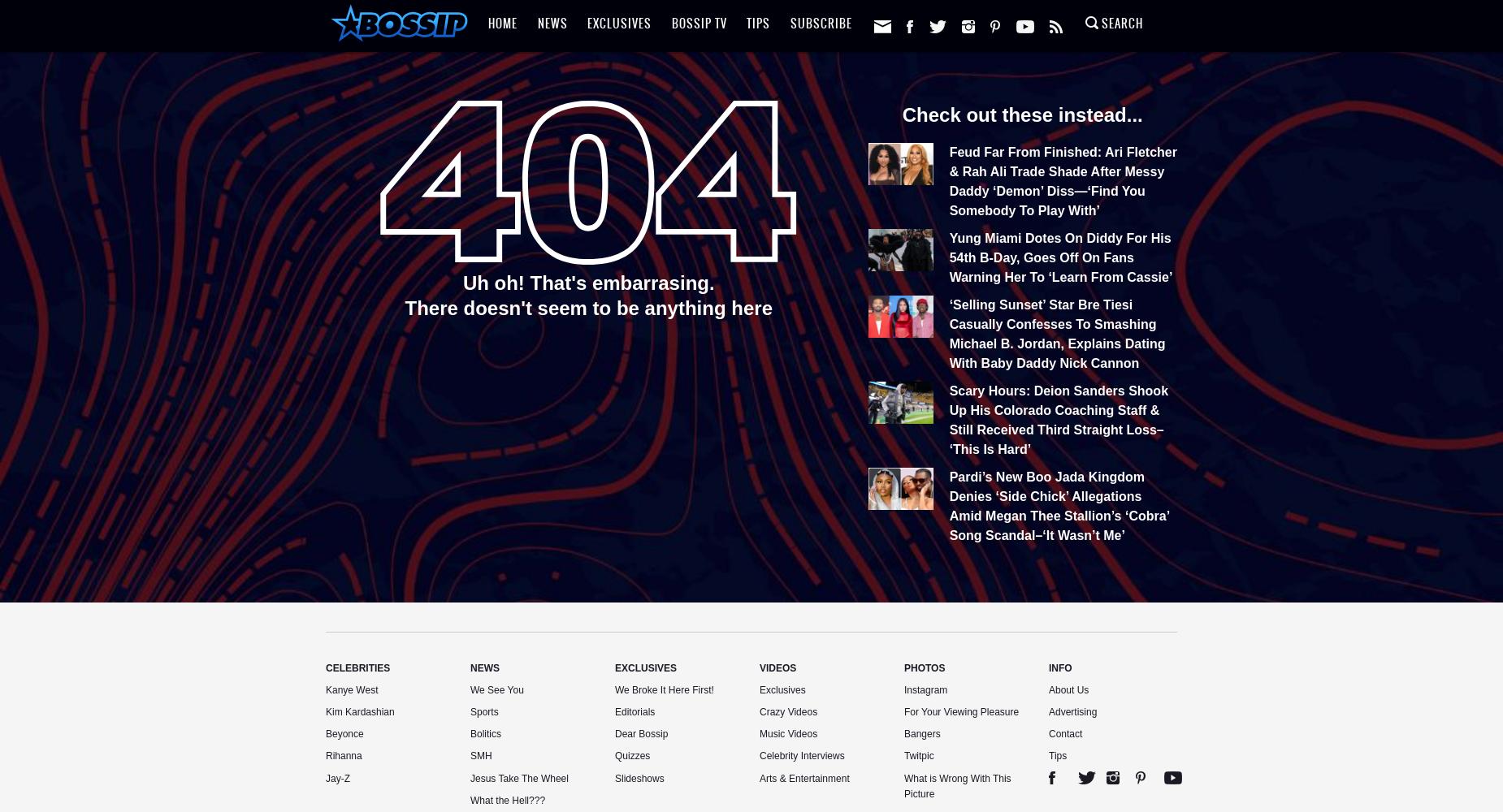  What do you see at coordinates (588, 308) in the screenshot?
I see `'There doesn't seem to be anything here'` at bounding box center [588, 308].